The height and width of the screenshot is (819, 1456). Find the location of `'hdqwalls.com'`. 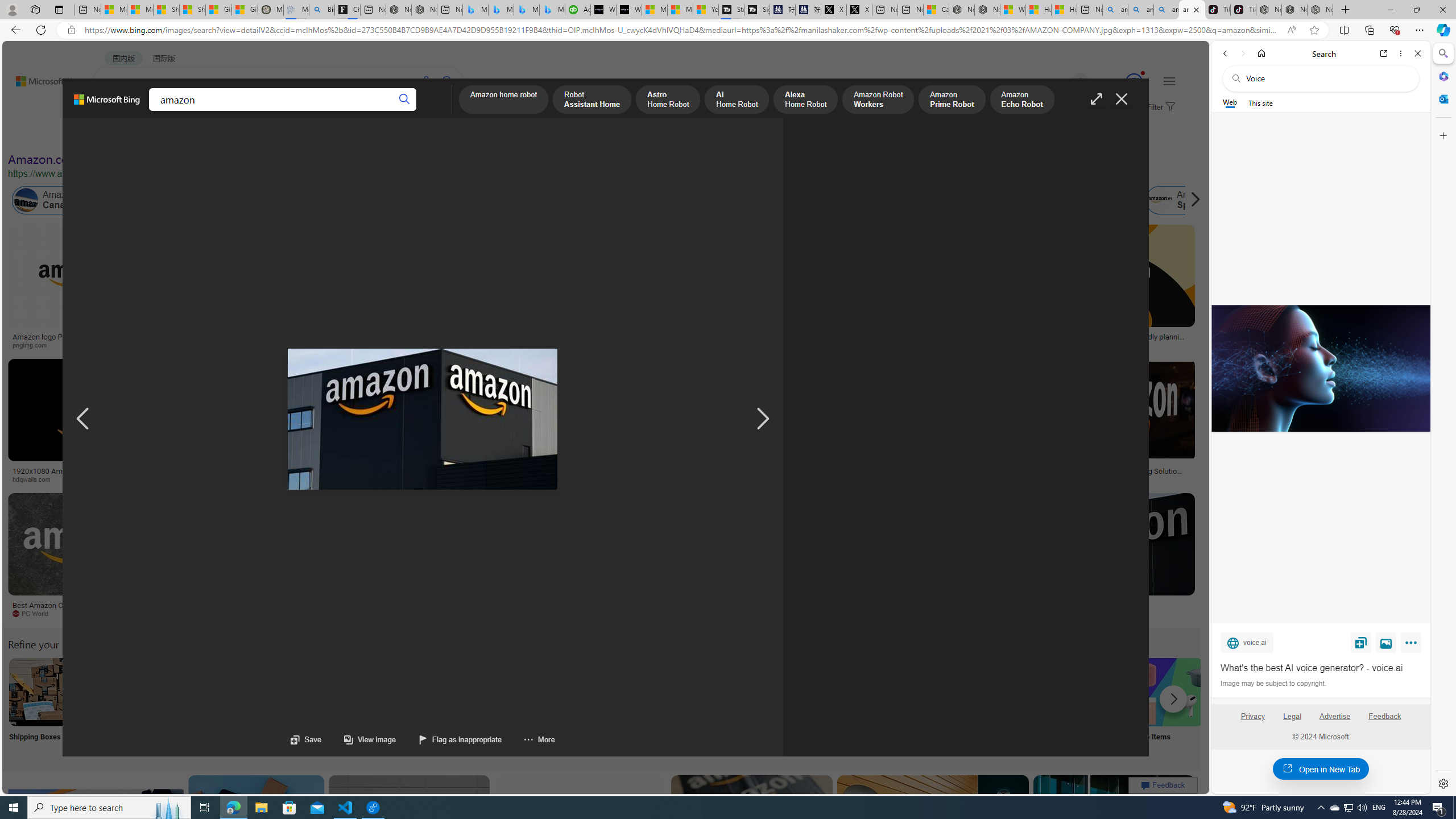

'hdqwalls.com' is located at coordinates (35, 479).